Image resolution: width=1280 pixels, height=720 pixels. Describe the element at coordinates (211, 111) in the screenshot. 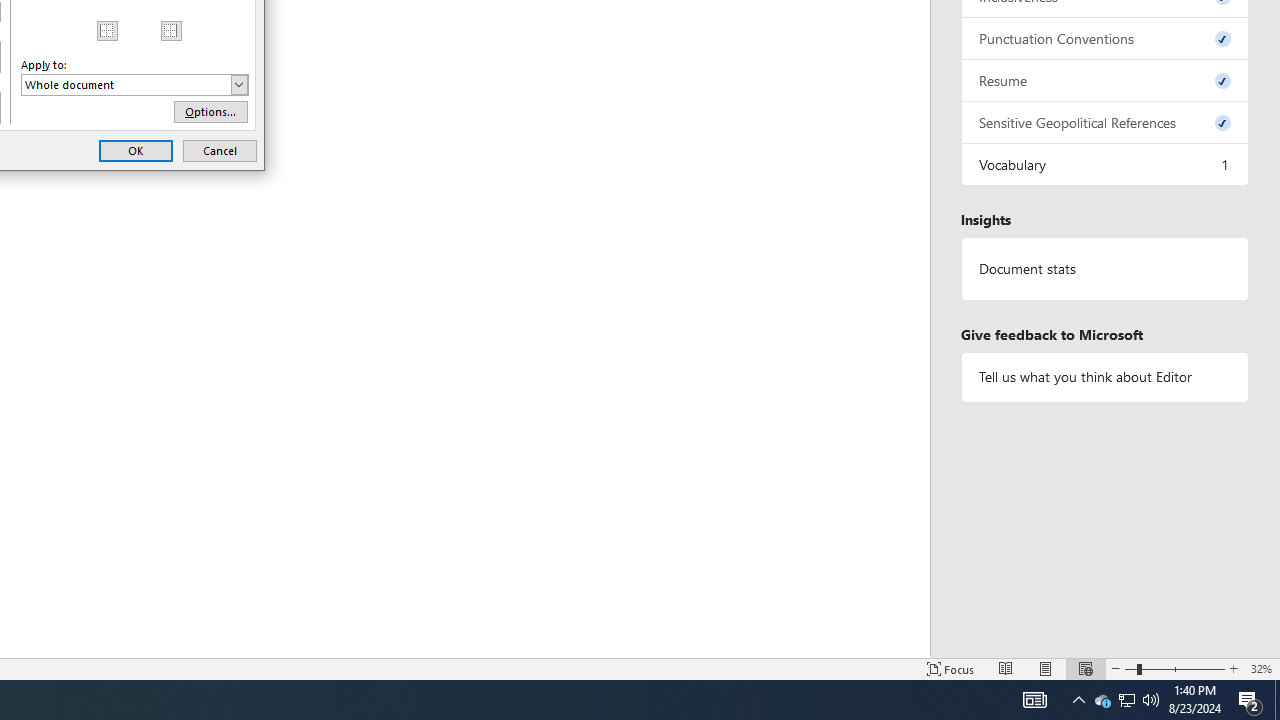

I see `'Options...'` at that location.